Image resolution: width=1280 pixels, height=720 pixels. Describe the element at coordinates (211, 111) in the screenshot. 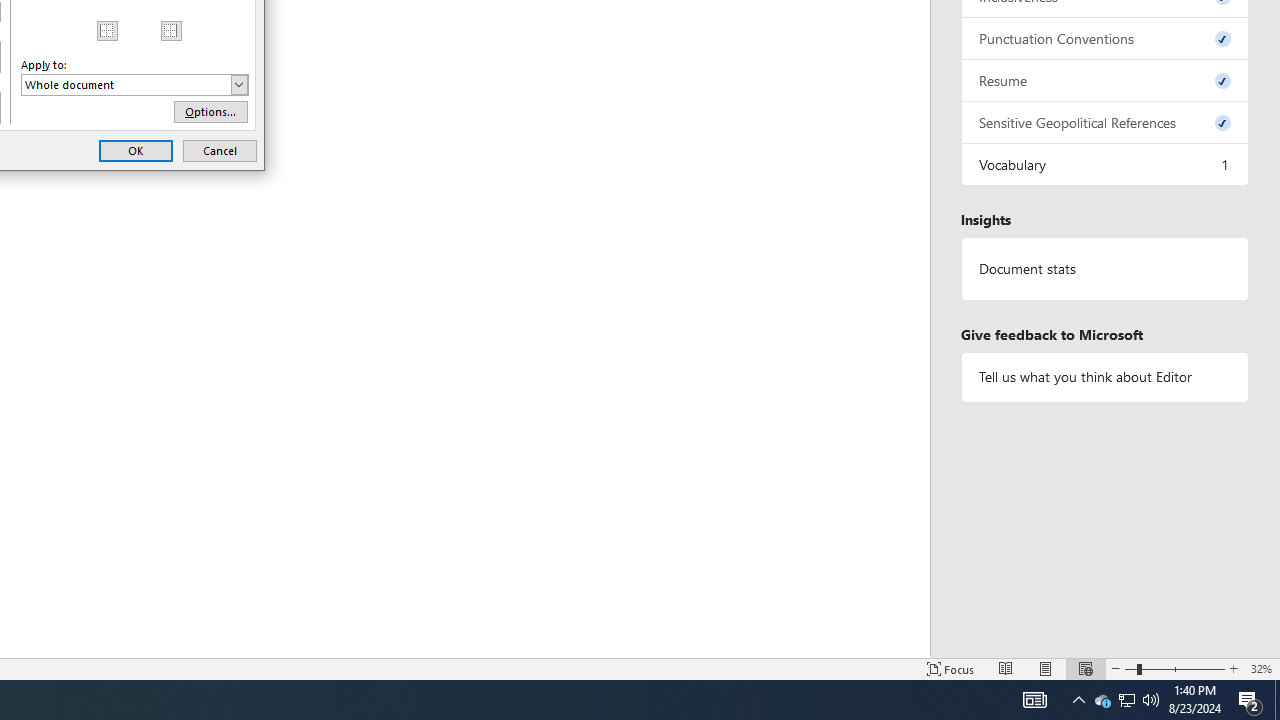

I see `'Options...'` at that location.